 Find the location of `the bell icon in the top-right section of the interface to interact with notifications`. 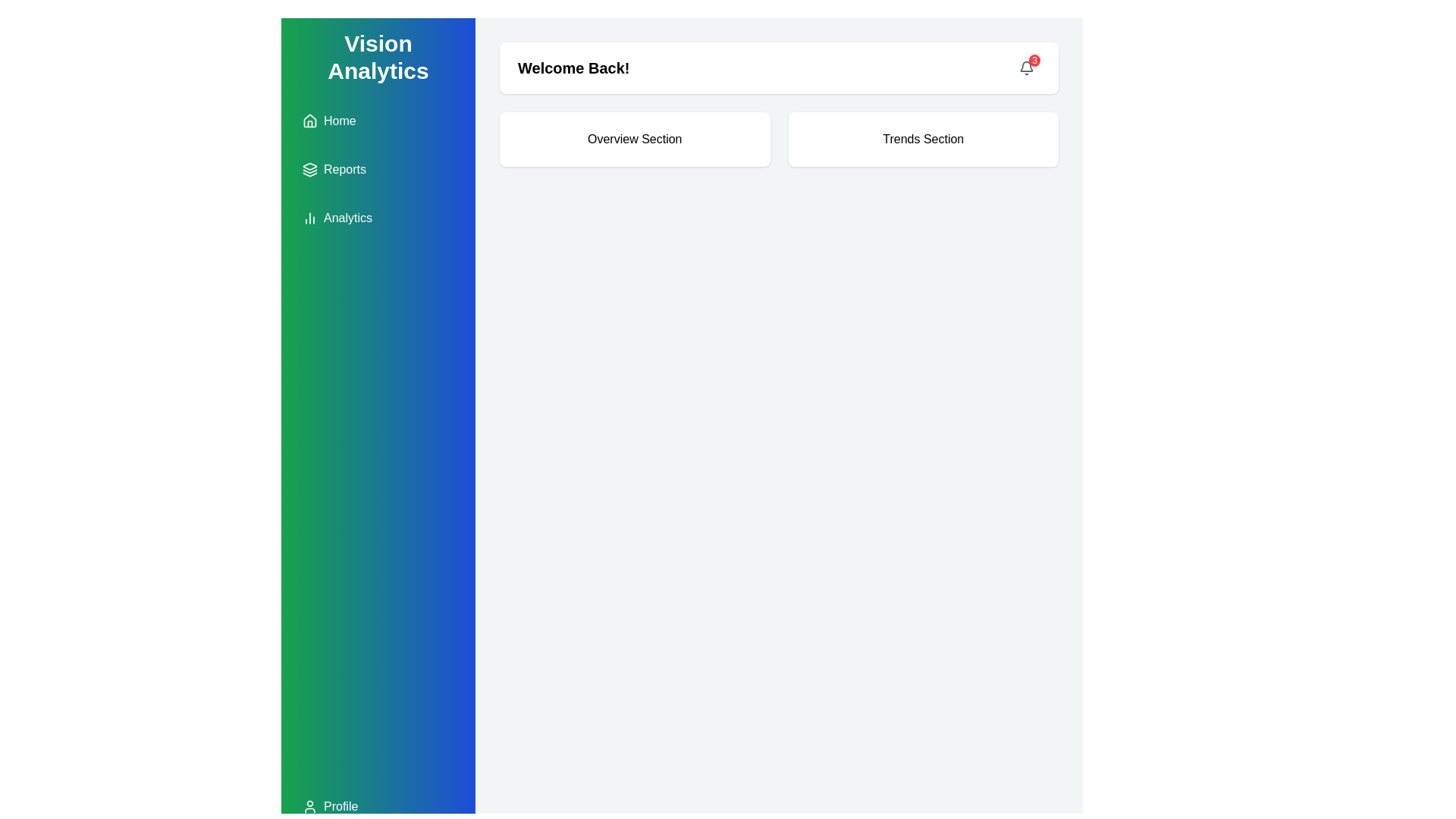

the bell icon in the top-right section of the interface to interact with notifications is located at coordinates (1026, 65).